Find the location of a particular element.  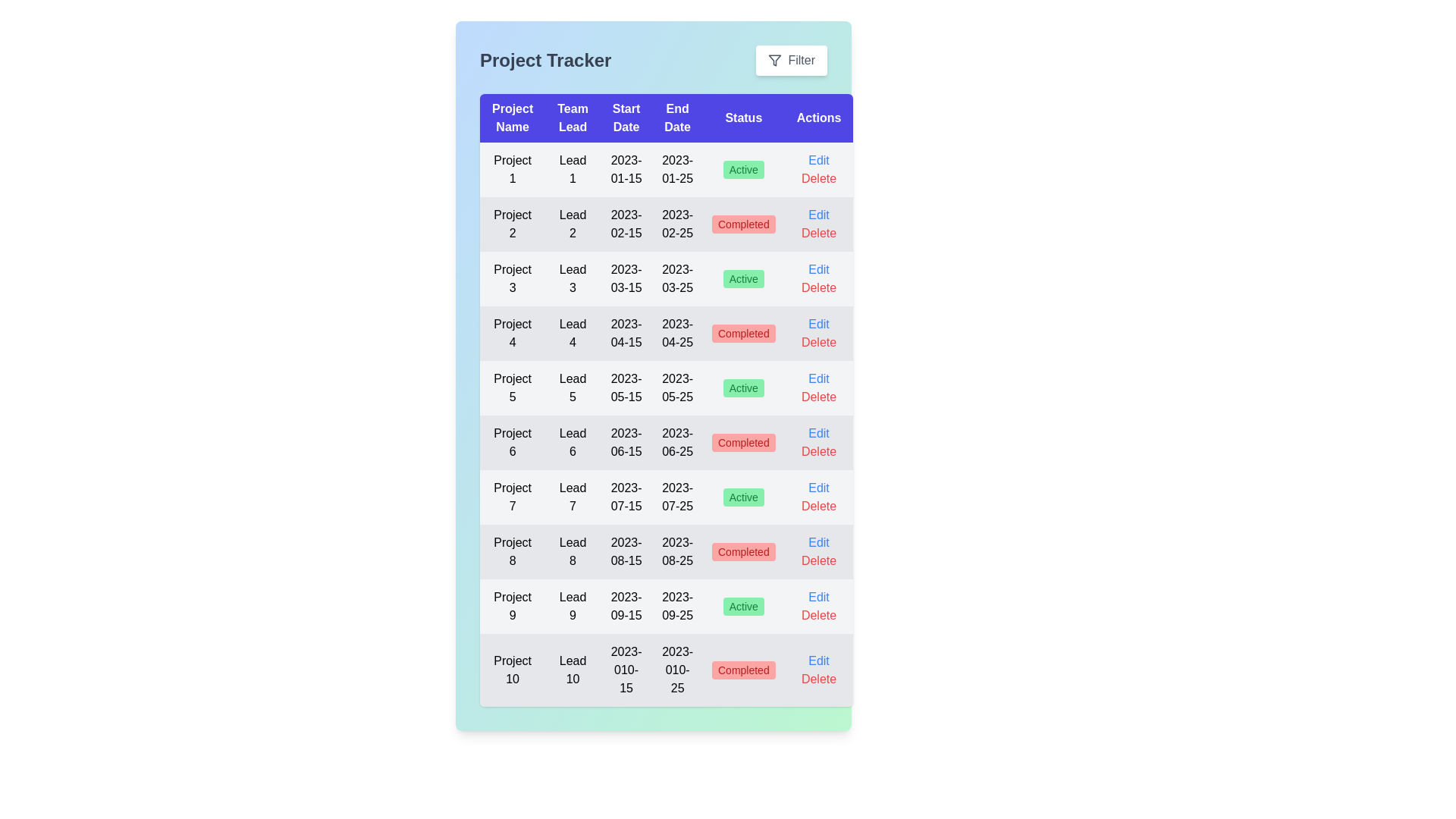

the column header corresponding to Actions to sort by that column is located at coordinates (818, 117).